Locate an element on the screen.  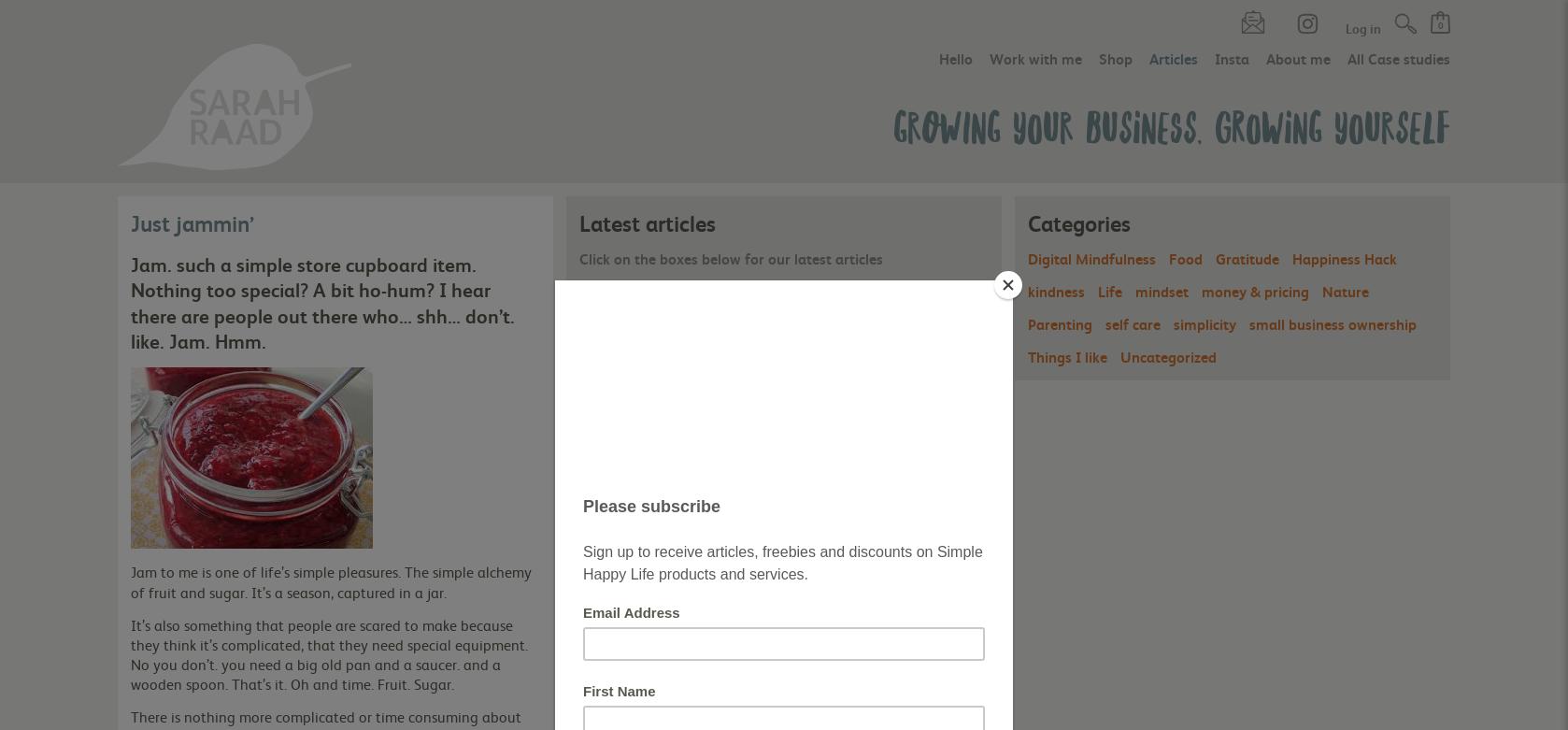
'Jam. such a simple store cupboard item. Nothing too special? A bit ho-hum? I hear there are people out there who… shh… don’t. like. Jam. Hmm.' is located at coordinates (322, 302).